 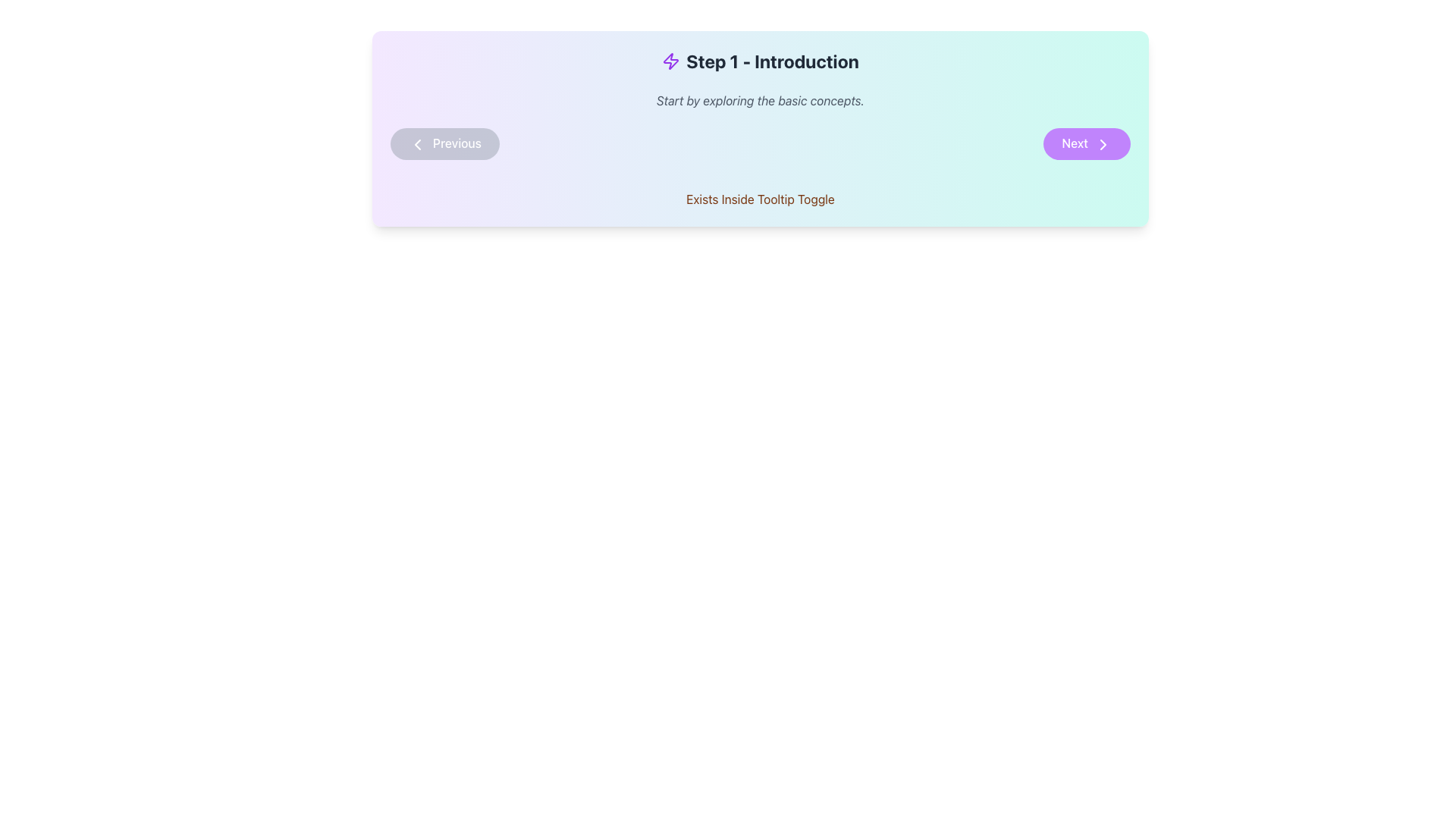 I want to click on the stylized lightning bolt icon, which is purple in color and located to the left of the text heading 'Step 1 - Introduction' in the upper left part of the central panel, so click(x=670, y=61).